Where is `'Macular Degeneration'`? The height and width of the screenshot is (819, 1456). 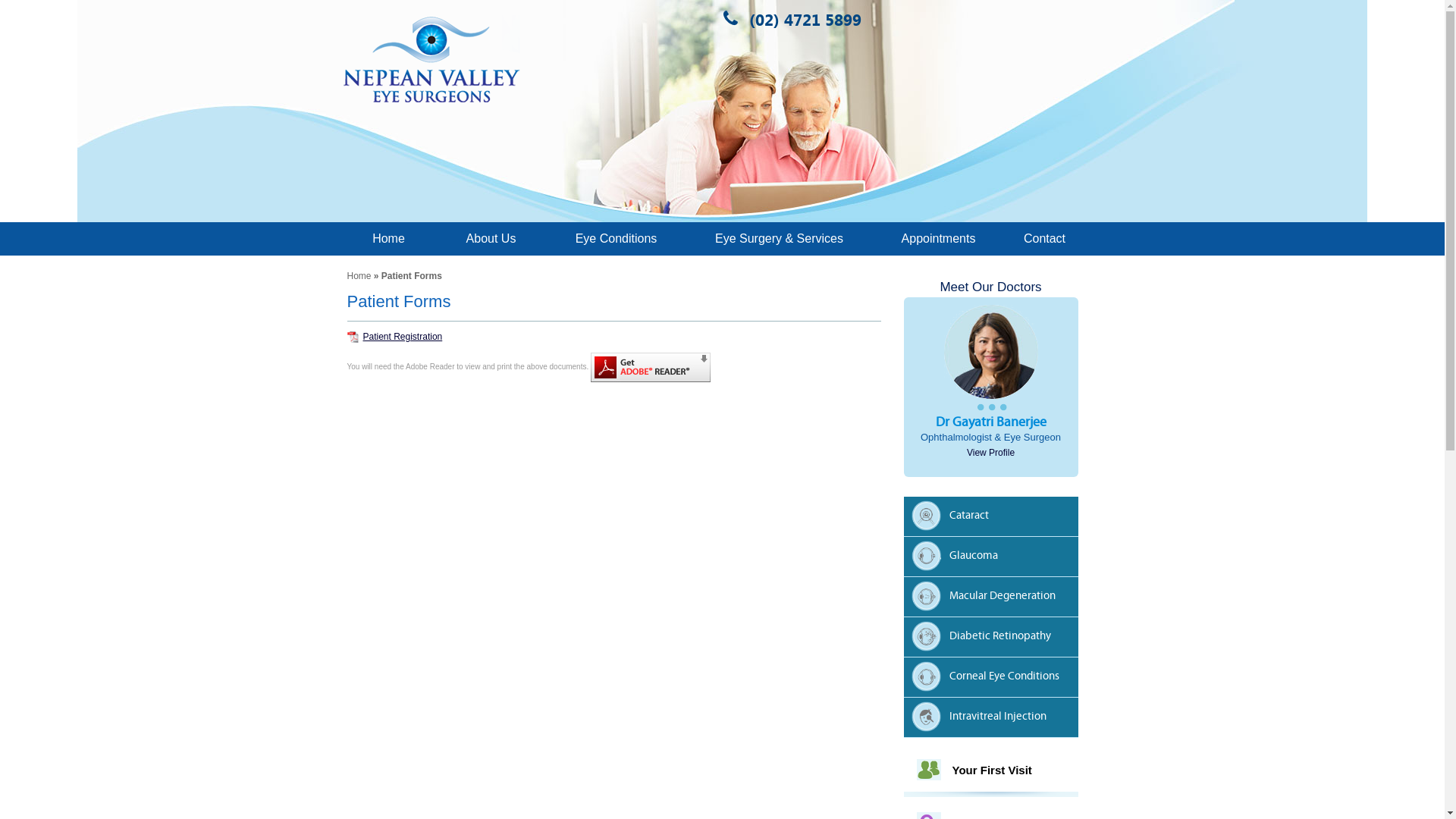 'Macular Degeneration' is located at coordinates (994, 598).